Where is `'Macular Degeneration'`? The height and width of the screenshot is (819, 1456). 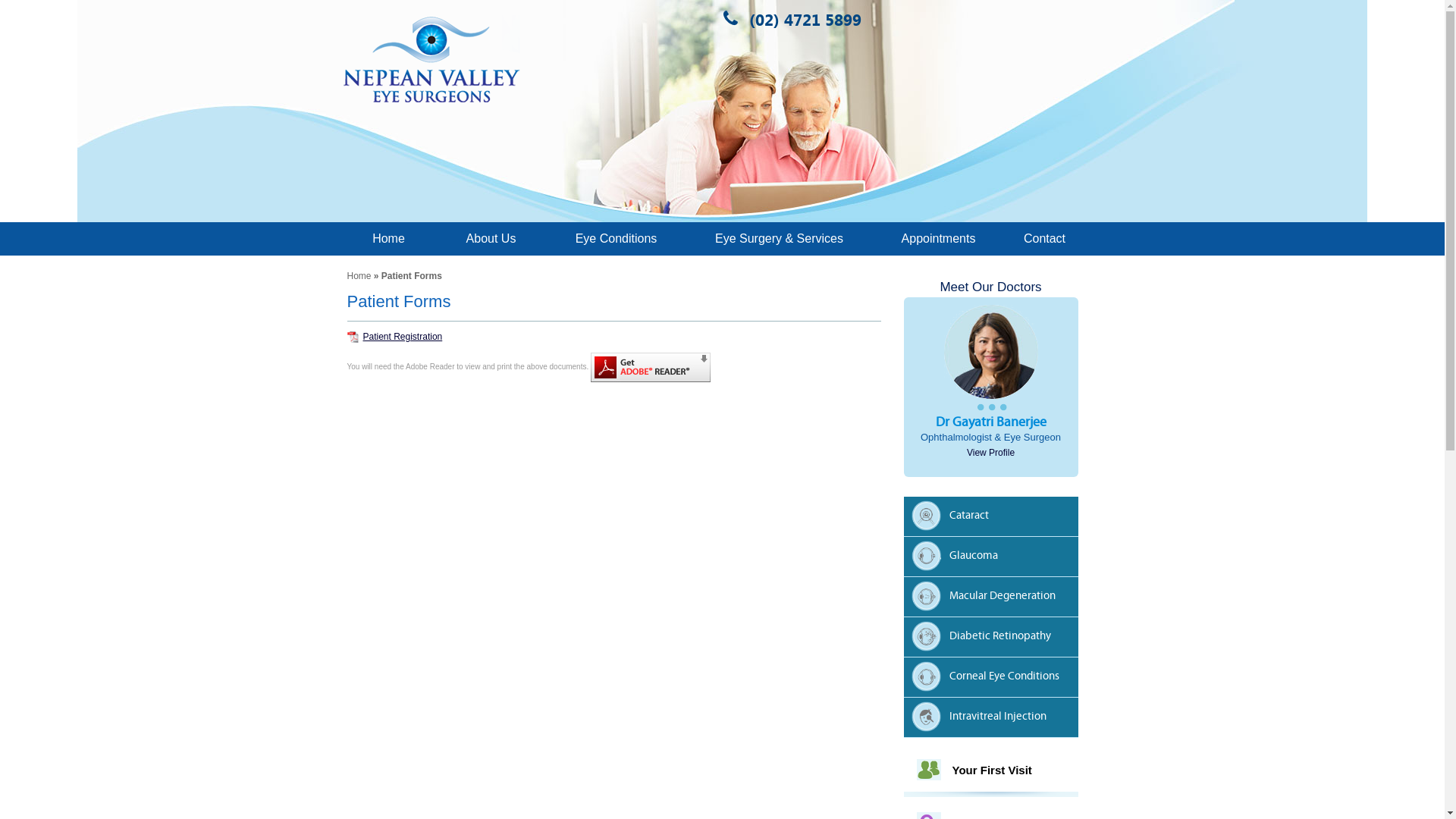 'Macular Degeneration' is located at coordinates (994, 598).